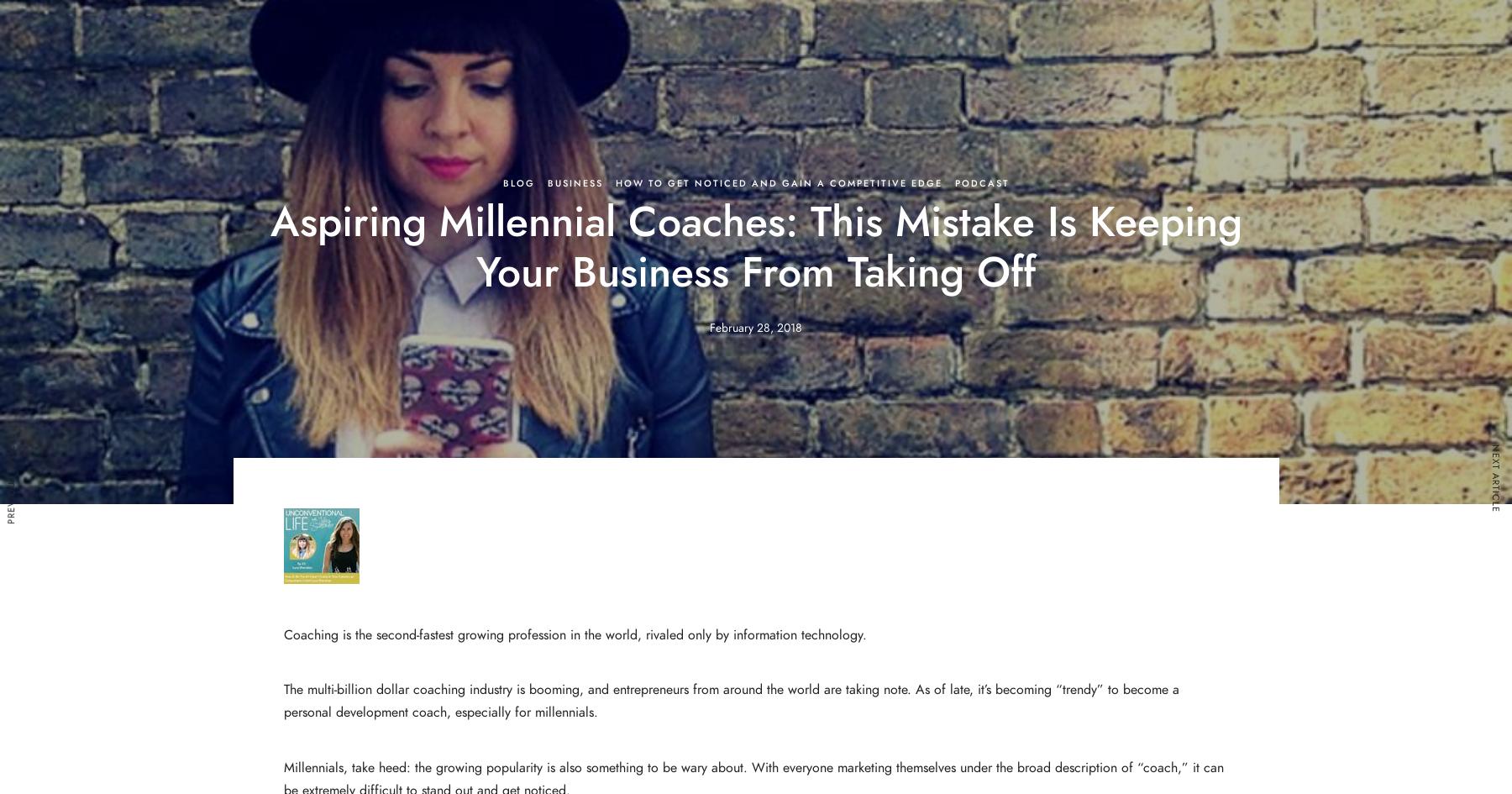 This screenshot has height=794, width=1512. I want to click on 'February 28, 2018', so click(756, 327).